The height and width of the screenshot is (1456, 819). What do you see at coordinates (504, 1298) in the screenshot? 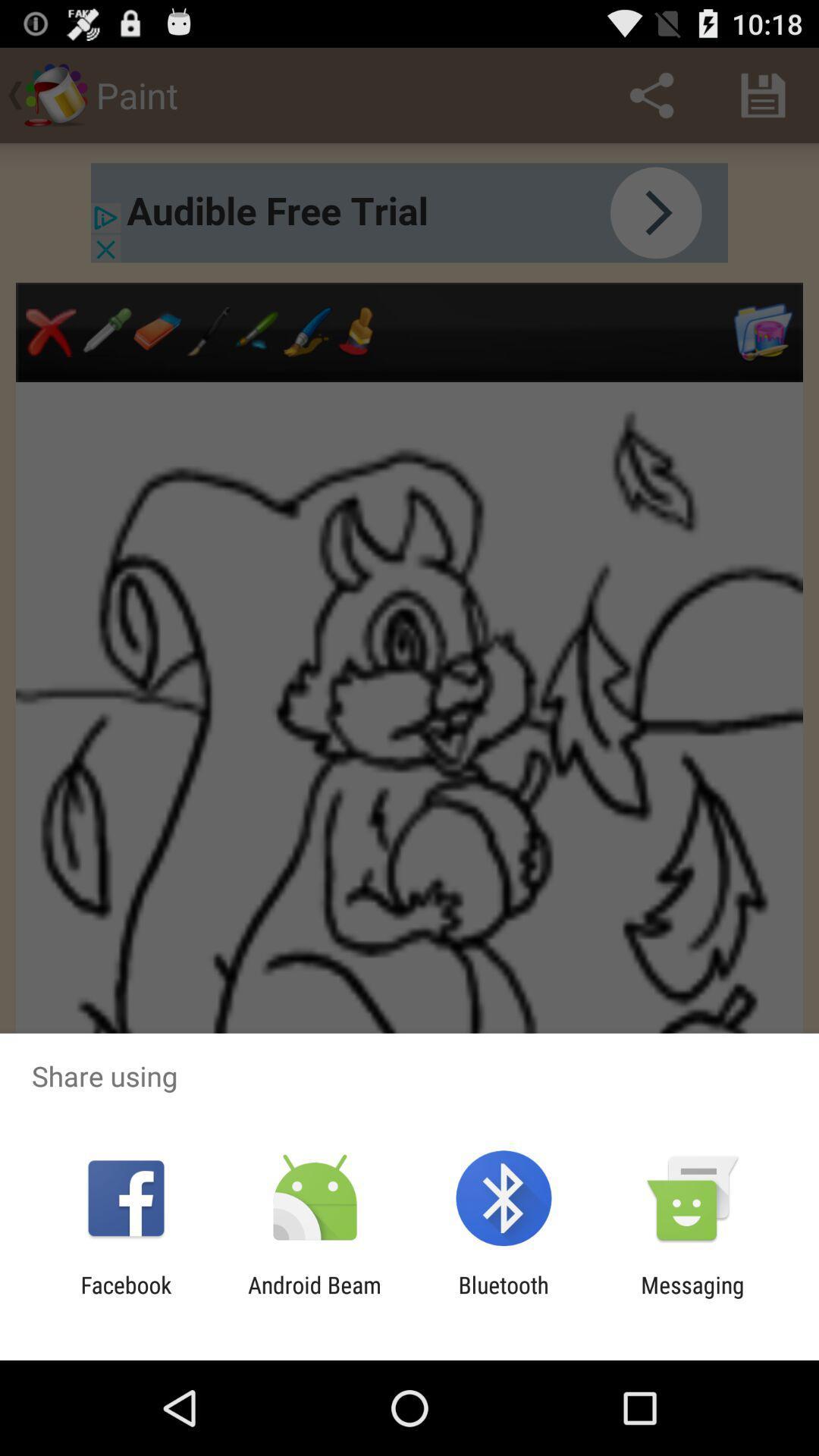
I see `the bluetooth icon` at bounding box center [504, 1298].